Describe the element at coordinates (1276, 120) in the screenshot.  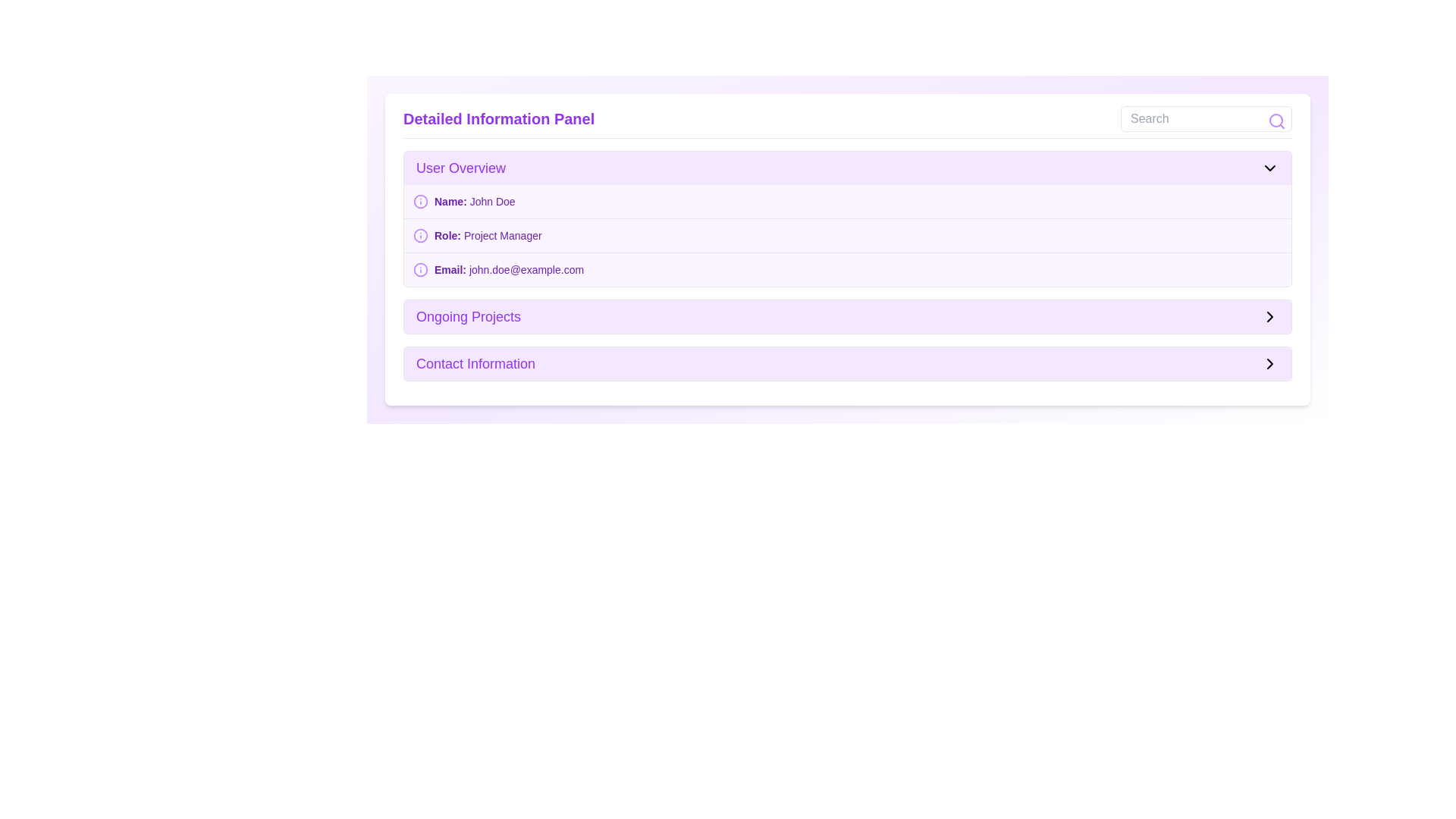
I see `the Search Button Icon located at the top-right corner of the search input field` at that location.